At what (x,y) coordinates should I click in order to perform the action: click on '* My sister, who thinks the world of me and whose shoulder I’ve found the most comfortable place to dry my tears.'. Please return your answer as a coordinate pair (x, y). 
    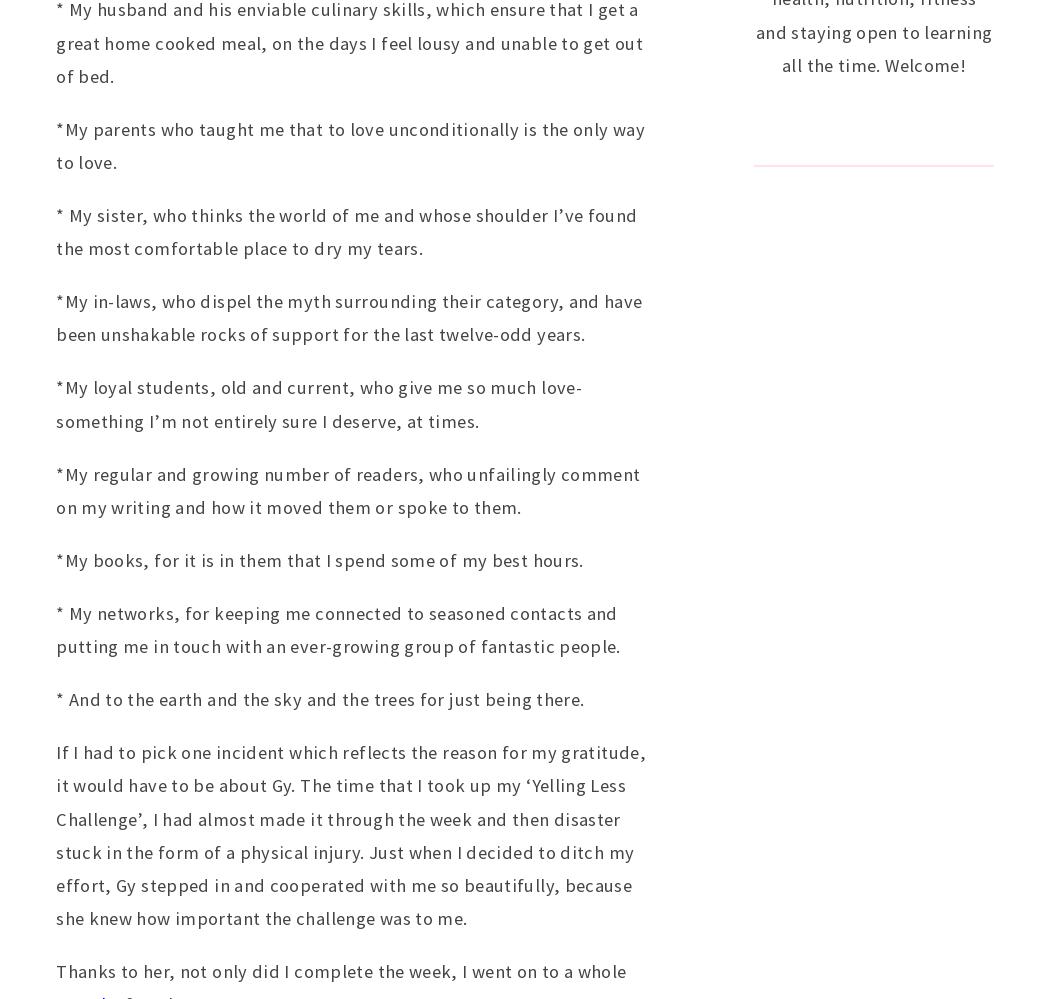
    Looking at the image, I should click on (345, 231).